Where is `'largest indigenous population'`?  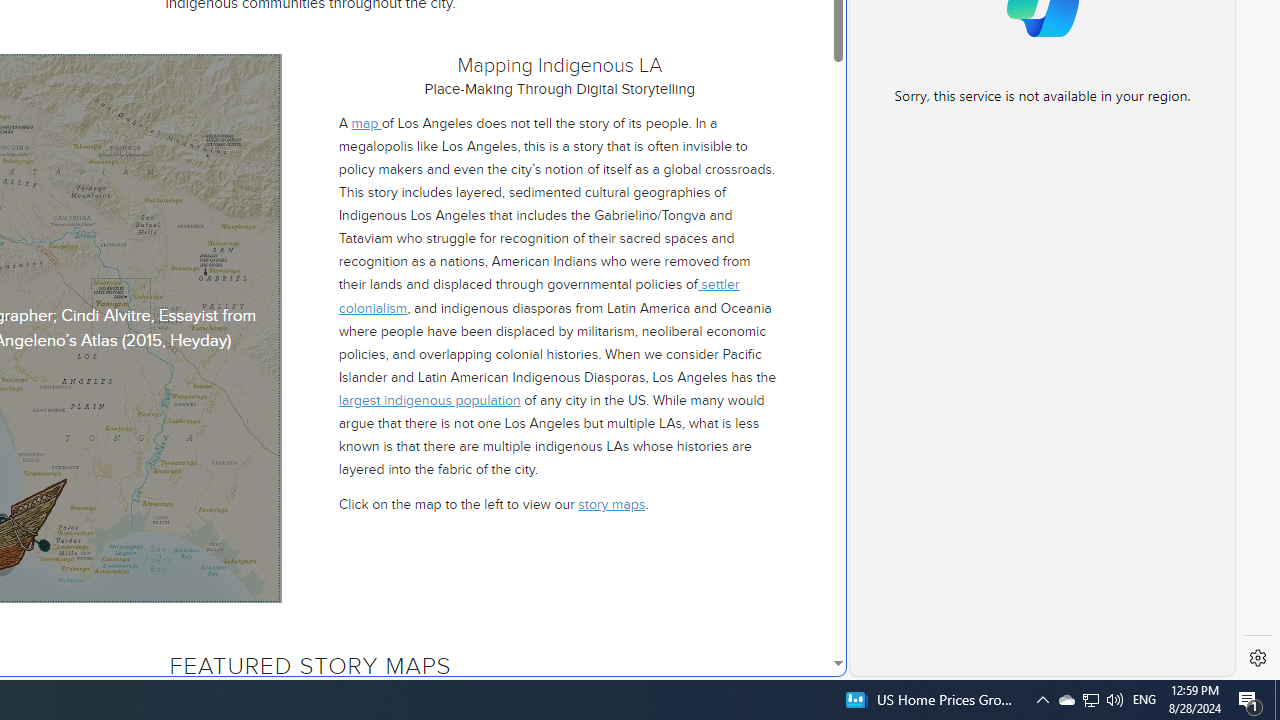 'largest indigenous population' is located at coordinates (428, 399).